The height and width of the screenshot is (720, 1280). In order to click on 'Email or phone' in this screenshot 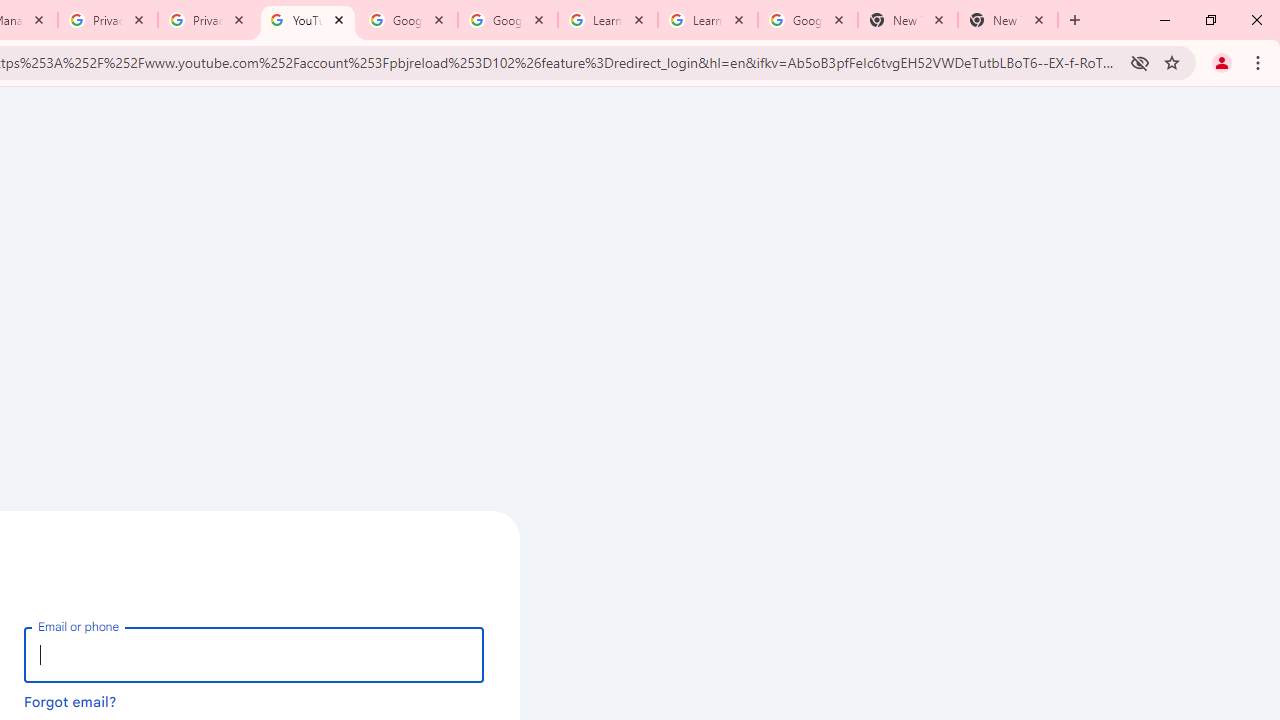, I will do `click(253, 654)`.